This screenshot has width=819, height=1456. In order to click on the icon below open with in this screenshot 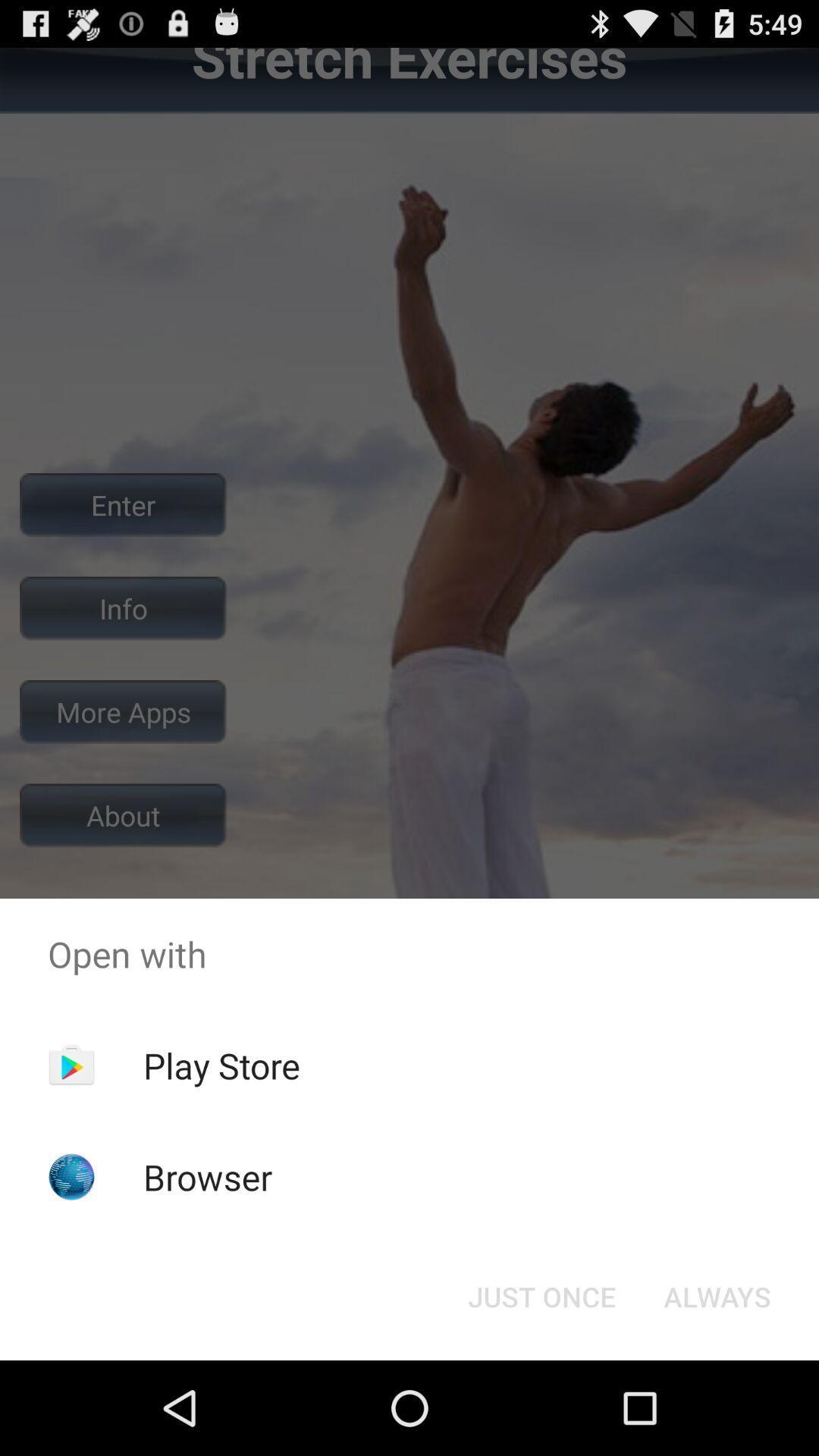, I will do `click(221, 1065)`.